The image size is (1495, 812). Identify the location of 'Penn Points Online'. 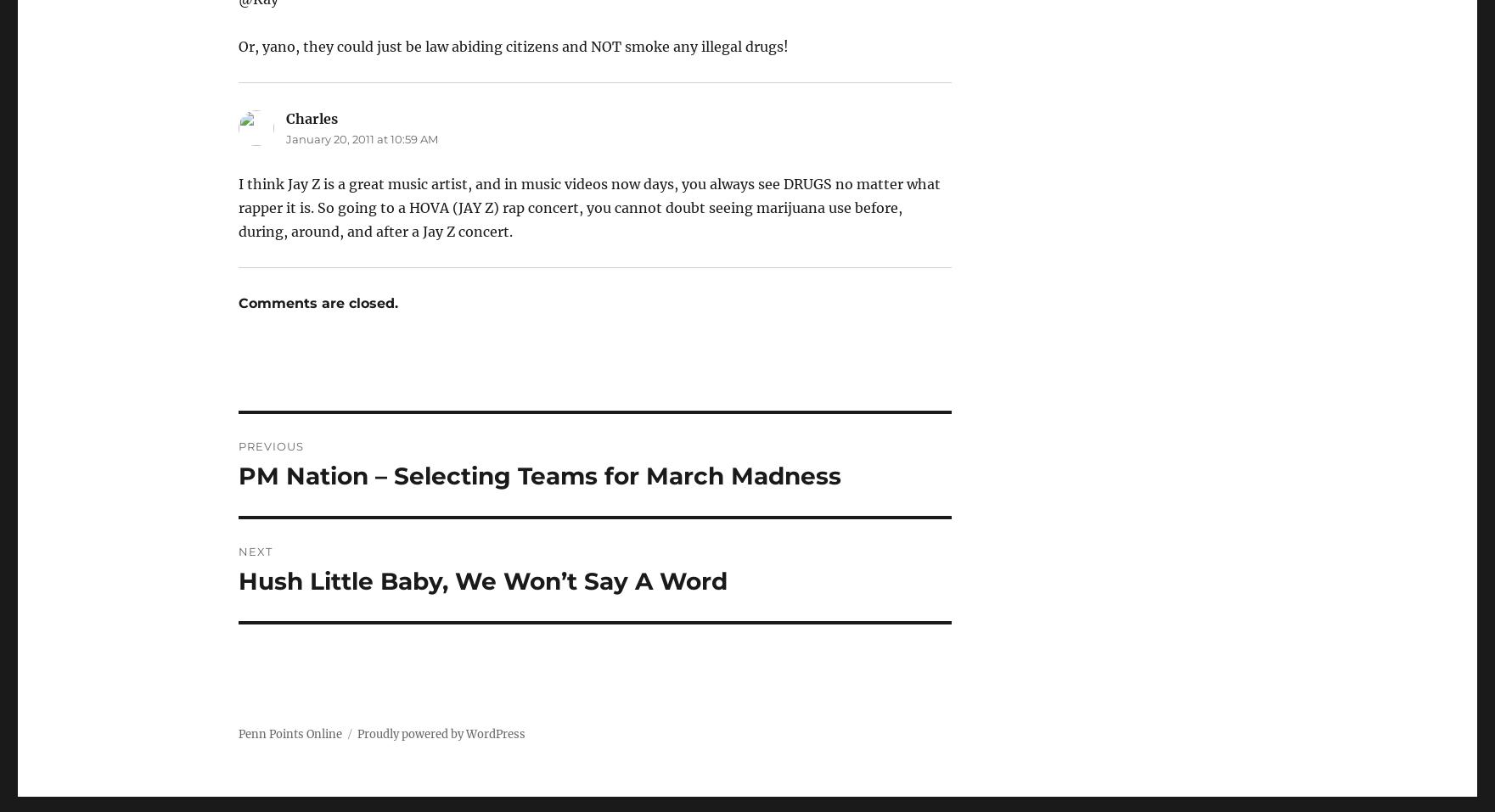
(288, 734).